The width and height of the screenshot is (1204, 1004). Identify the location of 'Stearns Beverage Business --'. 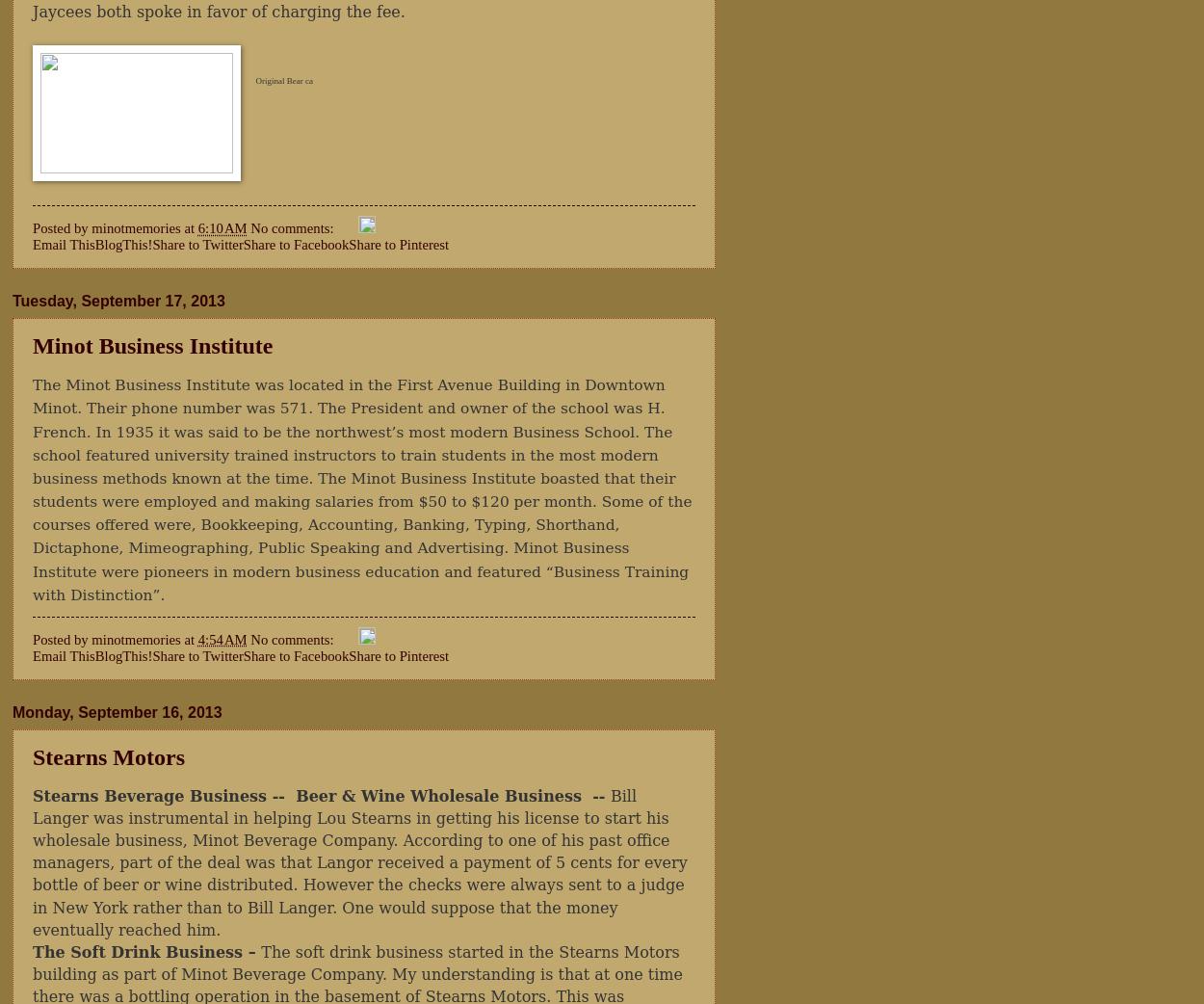
(161, 795).